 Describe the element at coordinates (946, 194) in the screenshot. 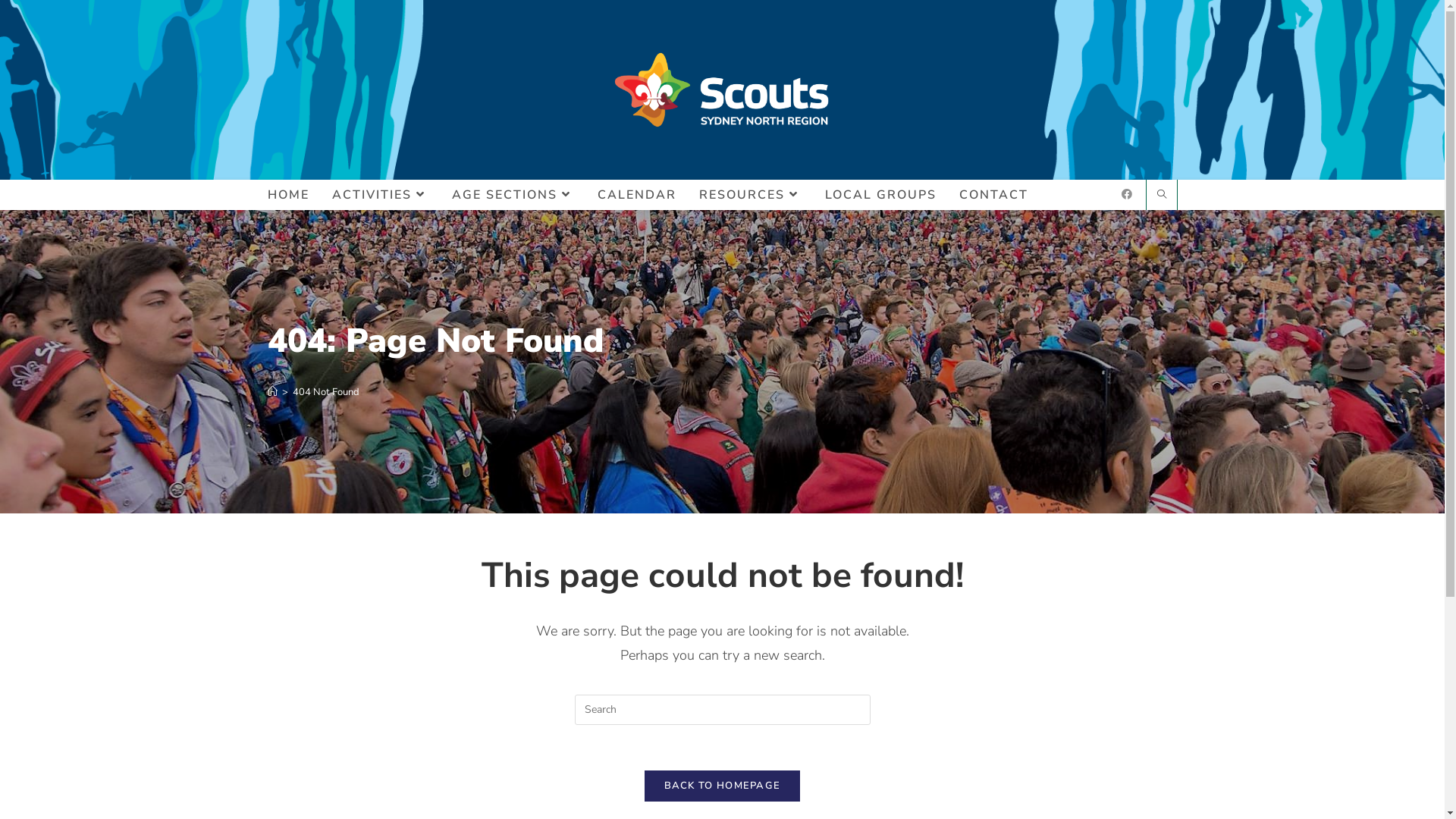

I see `'CONTACT'` at that location.